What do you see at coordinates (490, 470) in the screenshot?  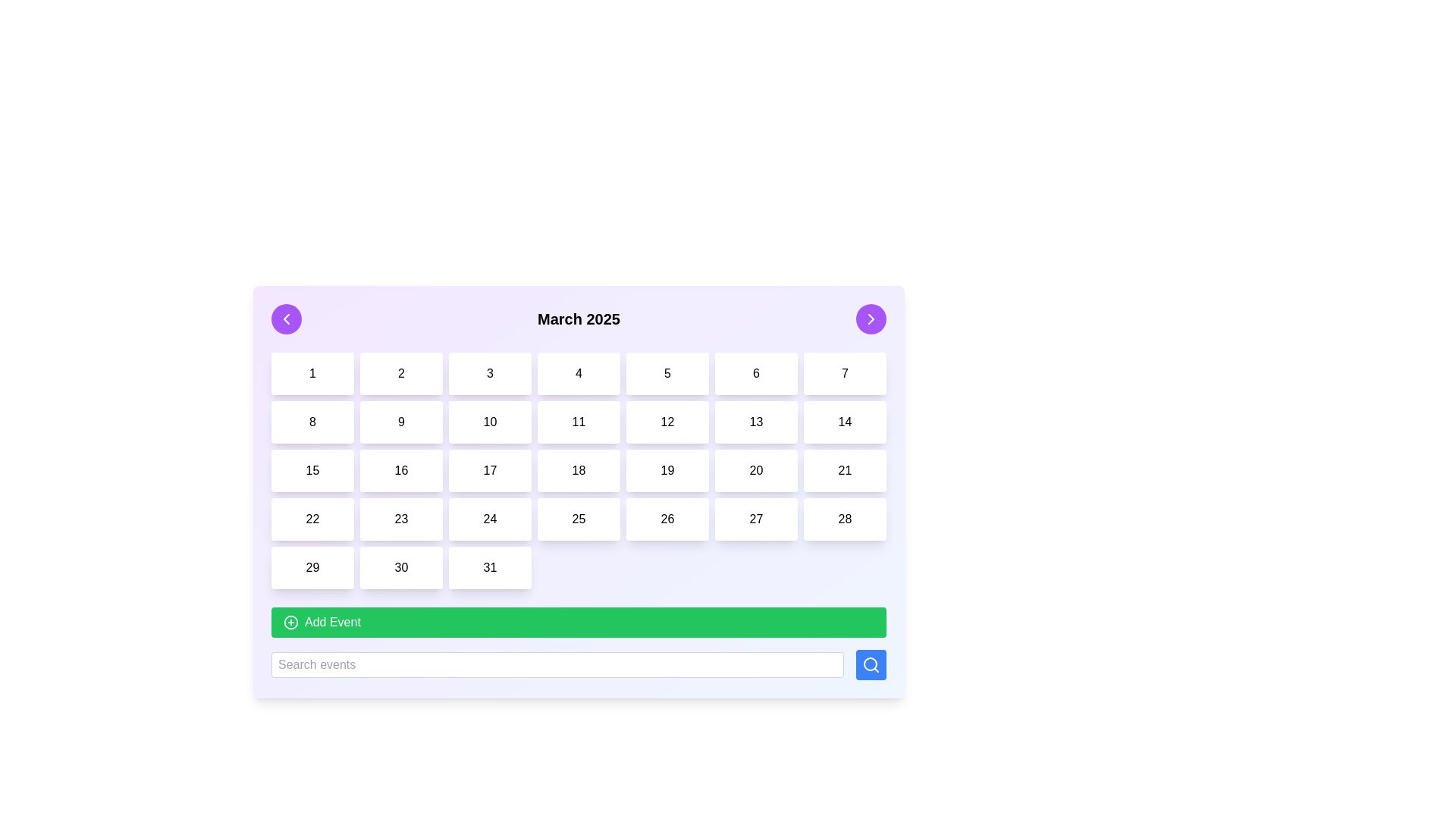 I see `the calendar date cell displaying the number '17', which is a square box with a white background and rounded corners, located in the fourth row and third column of the grid layout for March 2025` at bounding box center [490, 470].